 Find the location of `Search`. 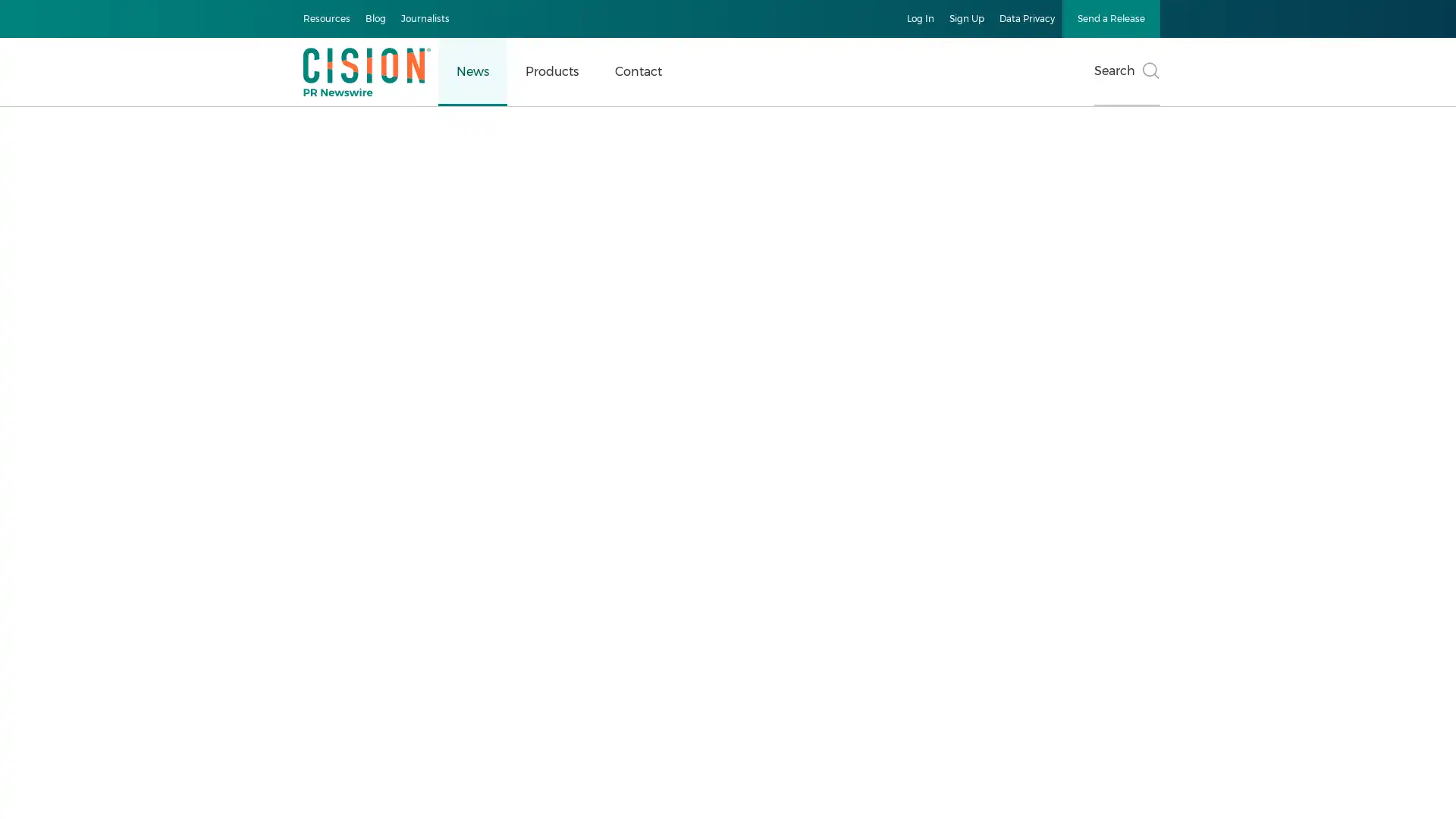

Search is located at coordinates (1127, 72).